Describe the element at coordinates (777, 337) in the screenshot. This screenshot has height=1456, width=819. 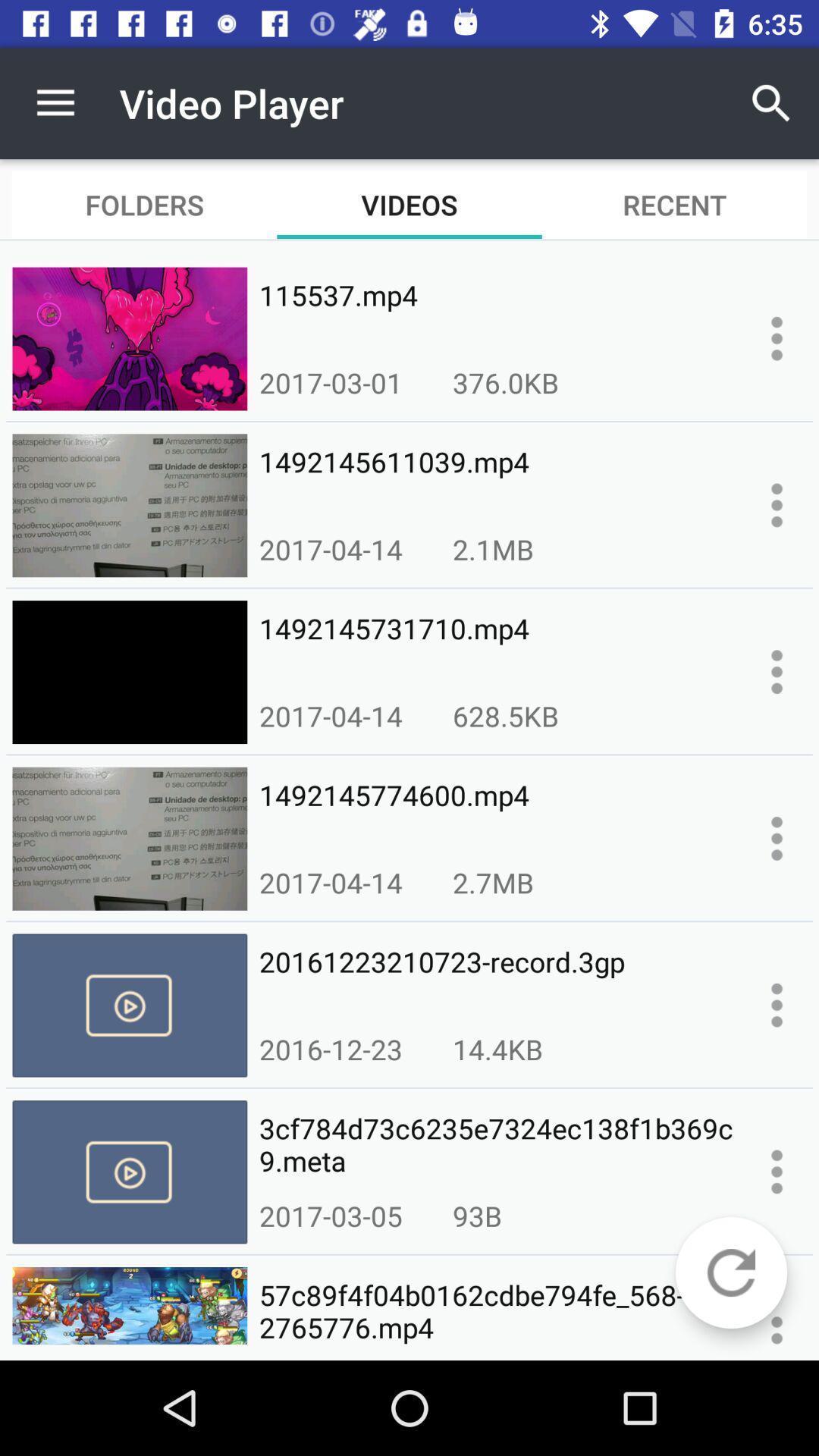
I see `open context menu` at that location.